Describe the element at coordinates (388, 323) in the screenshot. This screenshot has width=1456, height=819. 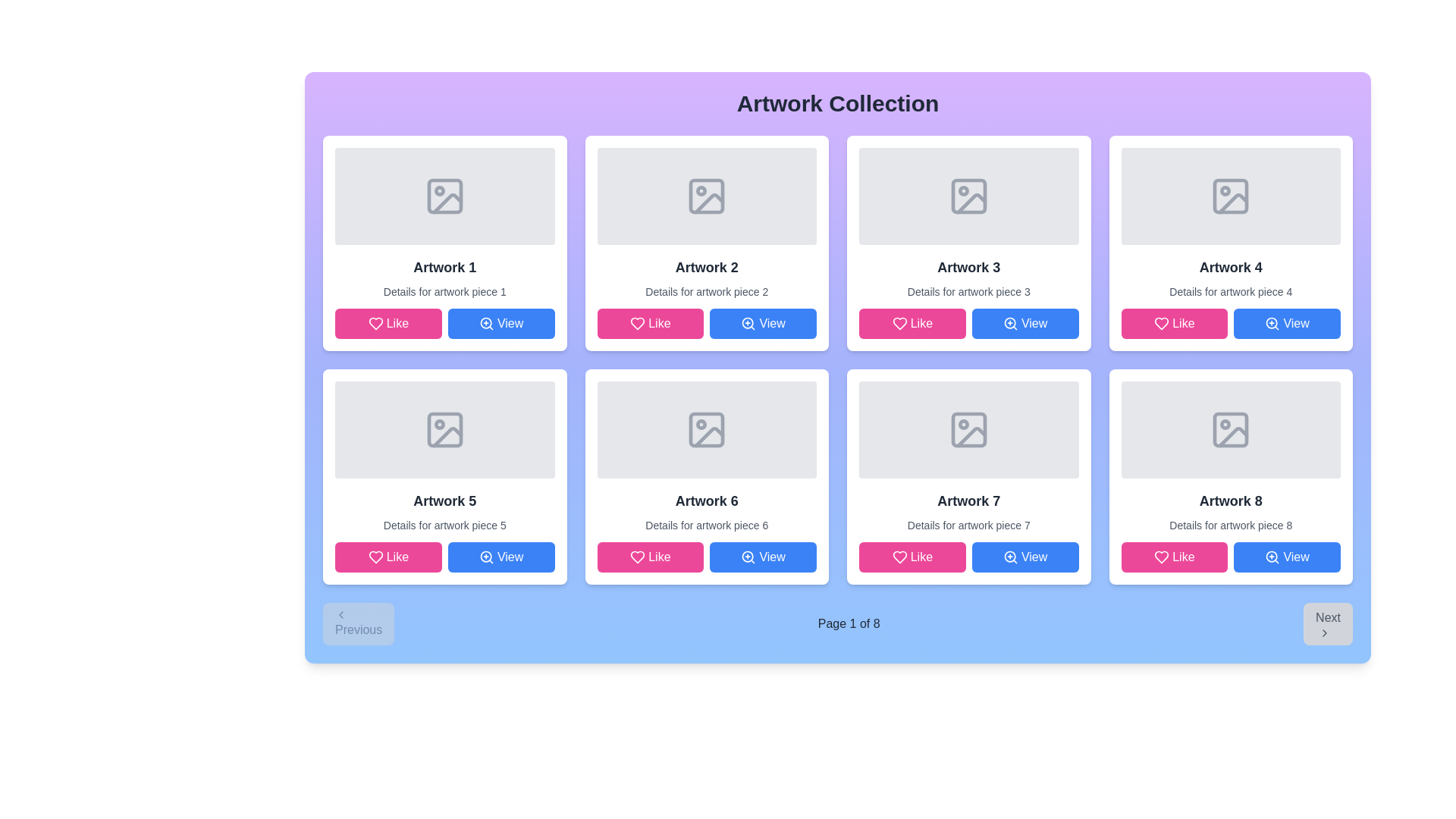
I see `the 'Like' button, which is a rounded rectangular button filled with a pink background and labeled with the text 'Like' next to a heart icon, located below the image and text content for 'Artwork 1'` at that location.